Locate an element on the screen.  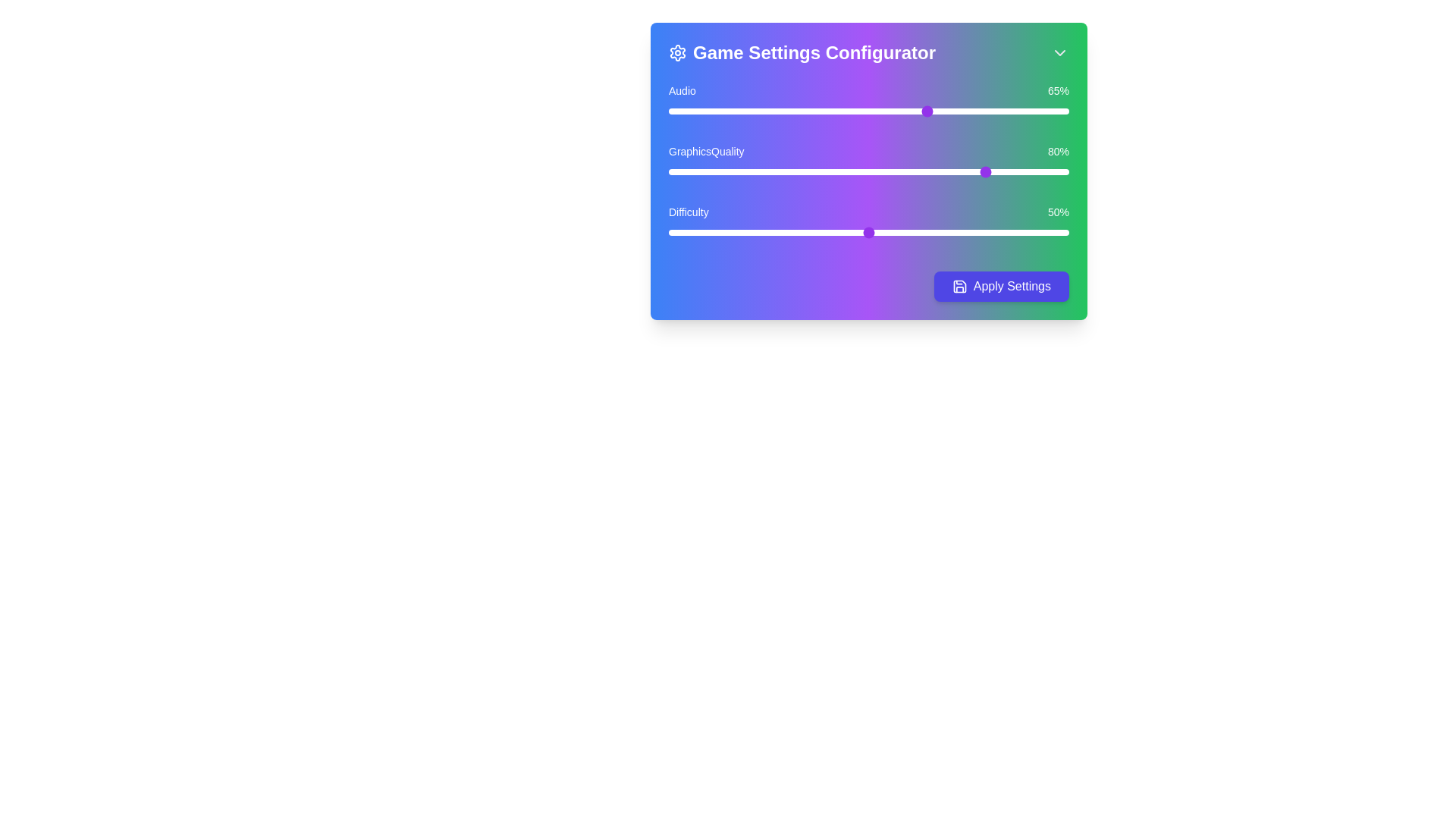
the blue gear icon located in the top-left area of the header section, which is positioned directly to the left of the title text is located at coordinates (676, 52).